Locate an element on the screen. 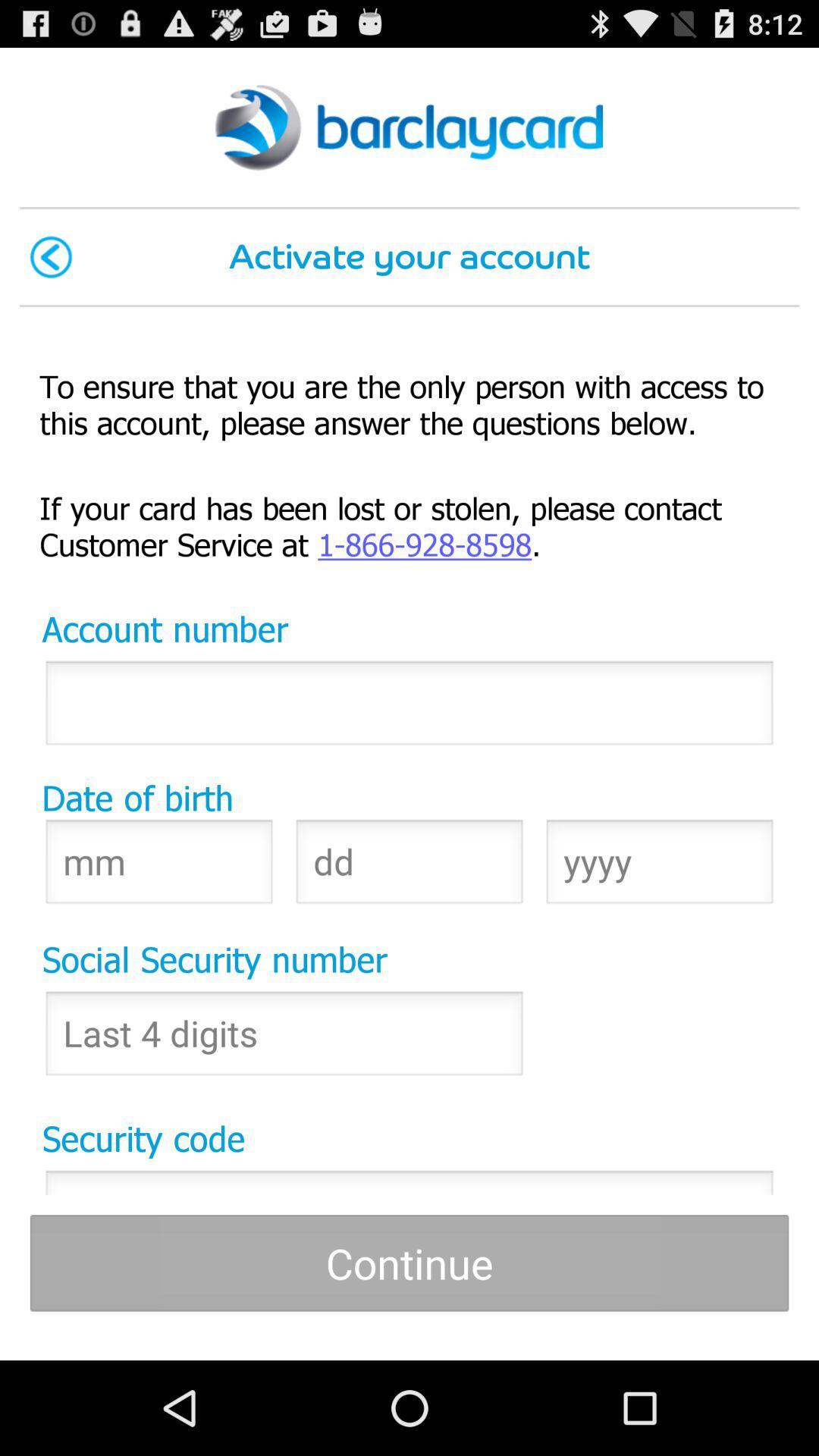 This screenshot has height=1456, width=819. item below the to ensure that item is located at coordinates (409, 525).